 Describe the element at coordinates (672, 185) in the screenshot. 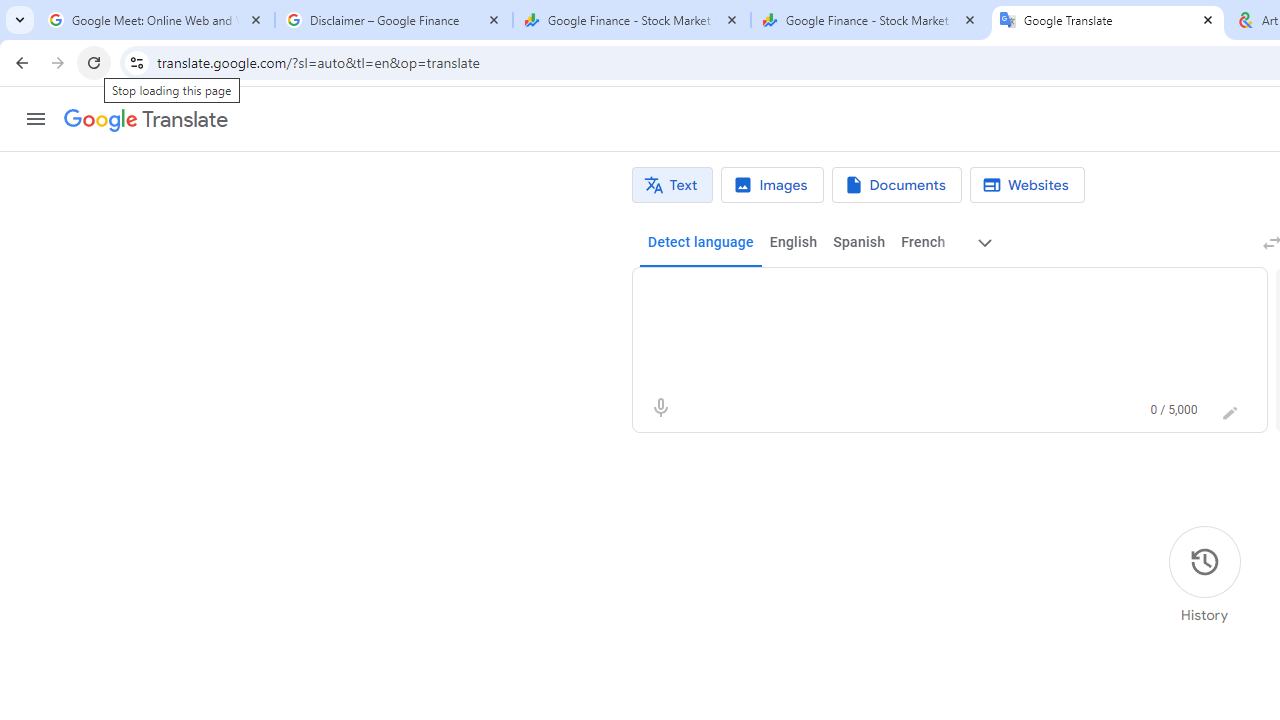

I see `'Text translation'` at that location.